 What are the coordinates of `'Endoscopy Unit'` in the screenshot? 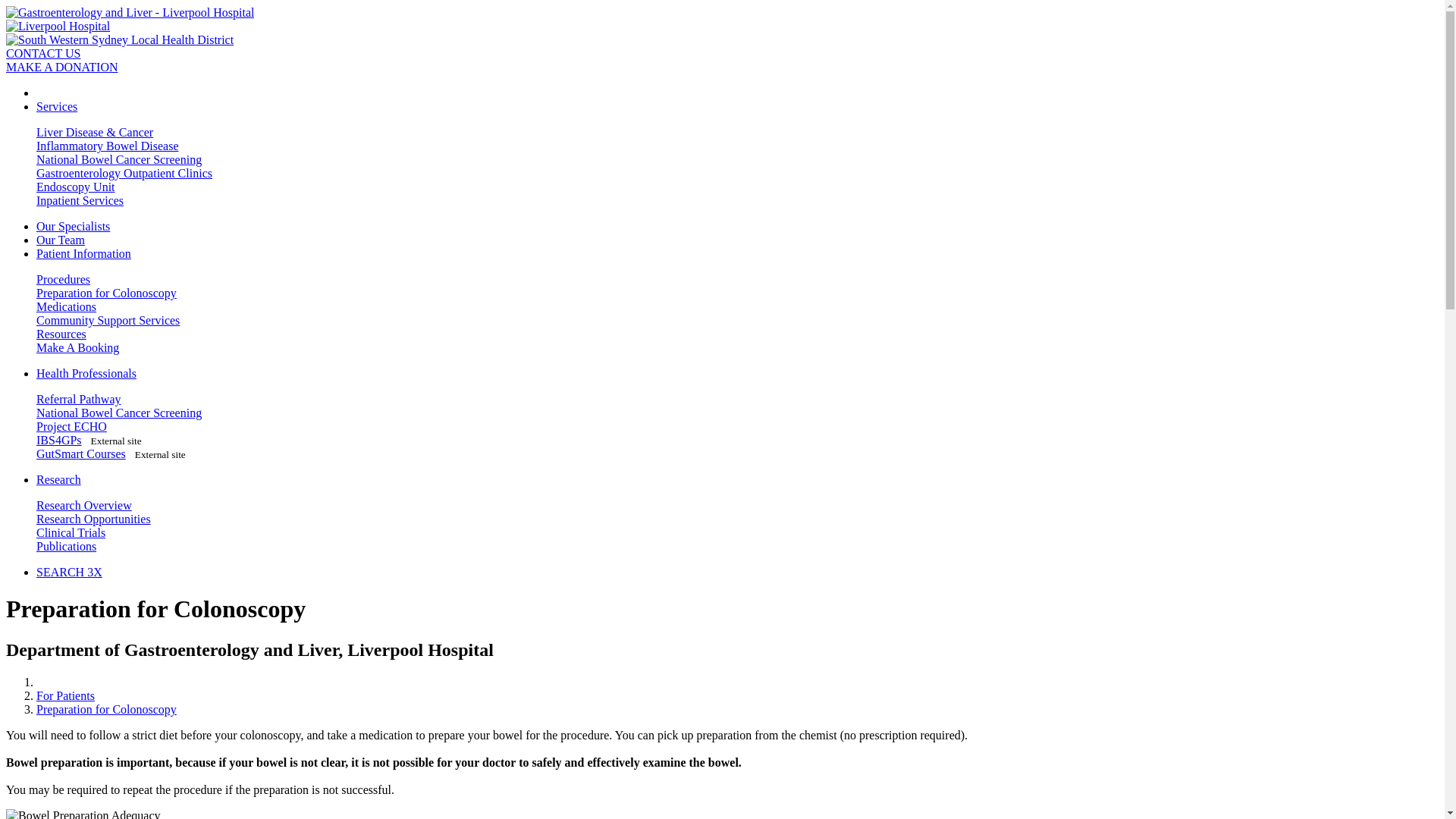 It's located at (75, 186).